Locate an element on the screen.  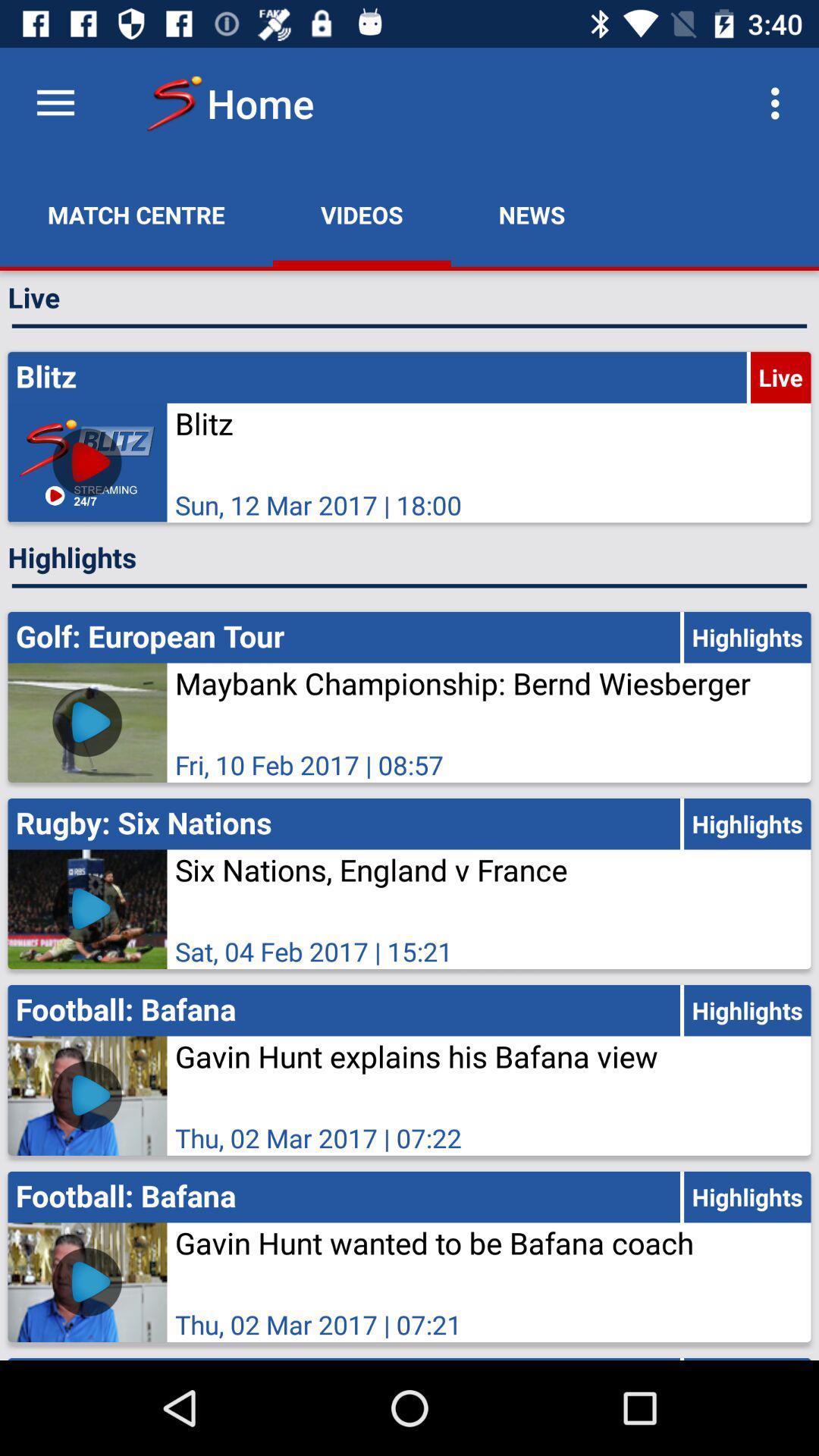
the third feed is located at coordinates (409, 883).